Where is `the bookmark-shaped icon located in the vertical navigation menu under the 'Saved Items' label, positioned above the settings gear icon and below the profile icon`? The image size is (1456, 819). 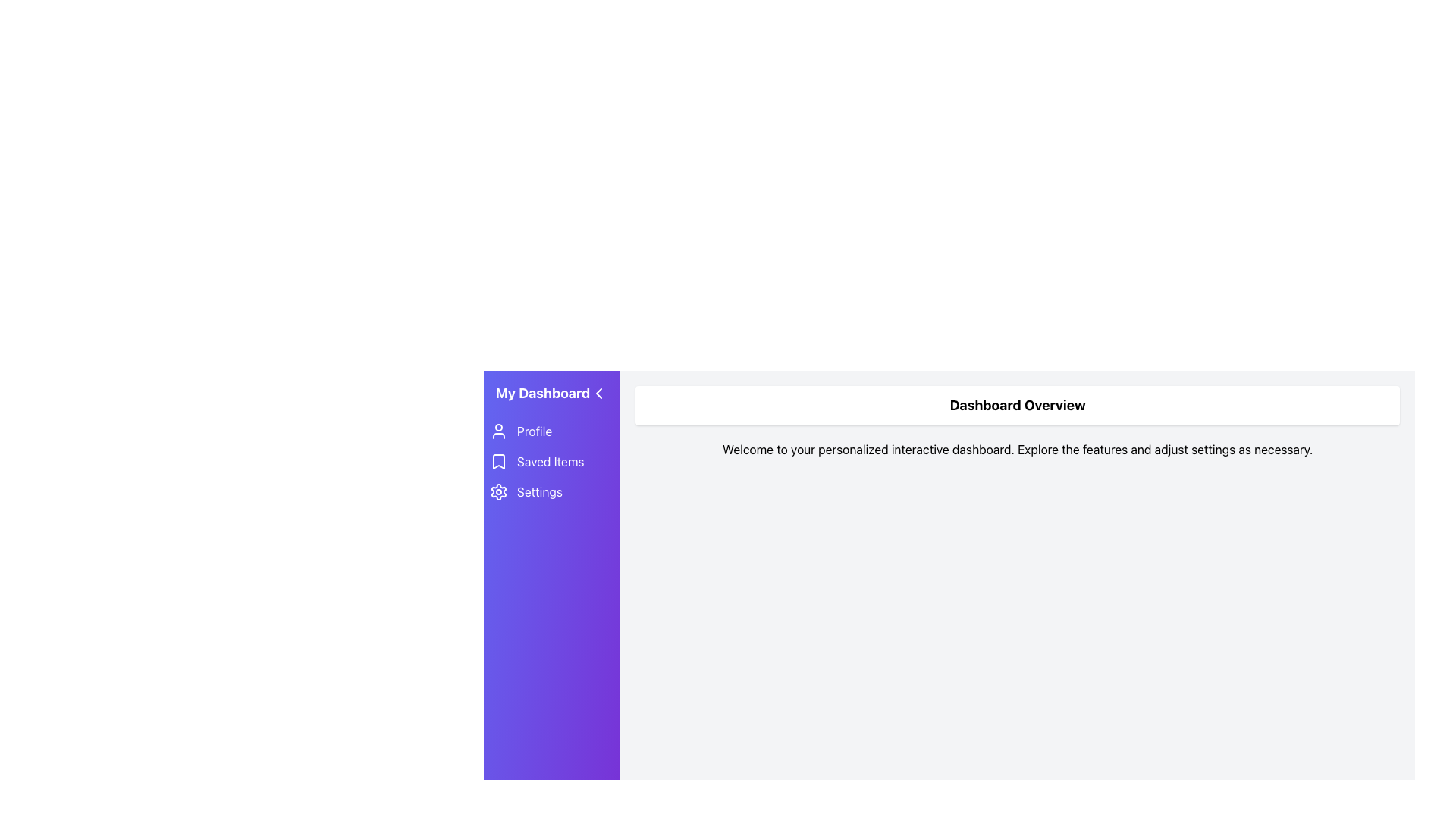
the bookmark-shaped icon located in the vertical navigation menu under the 'Saved Items' label, positioned above the settings gear icon and below the profile icon is located at coordinates (498, 461).